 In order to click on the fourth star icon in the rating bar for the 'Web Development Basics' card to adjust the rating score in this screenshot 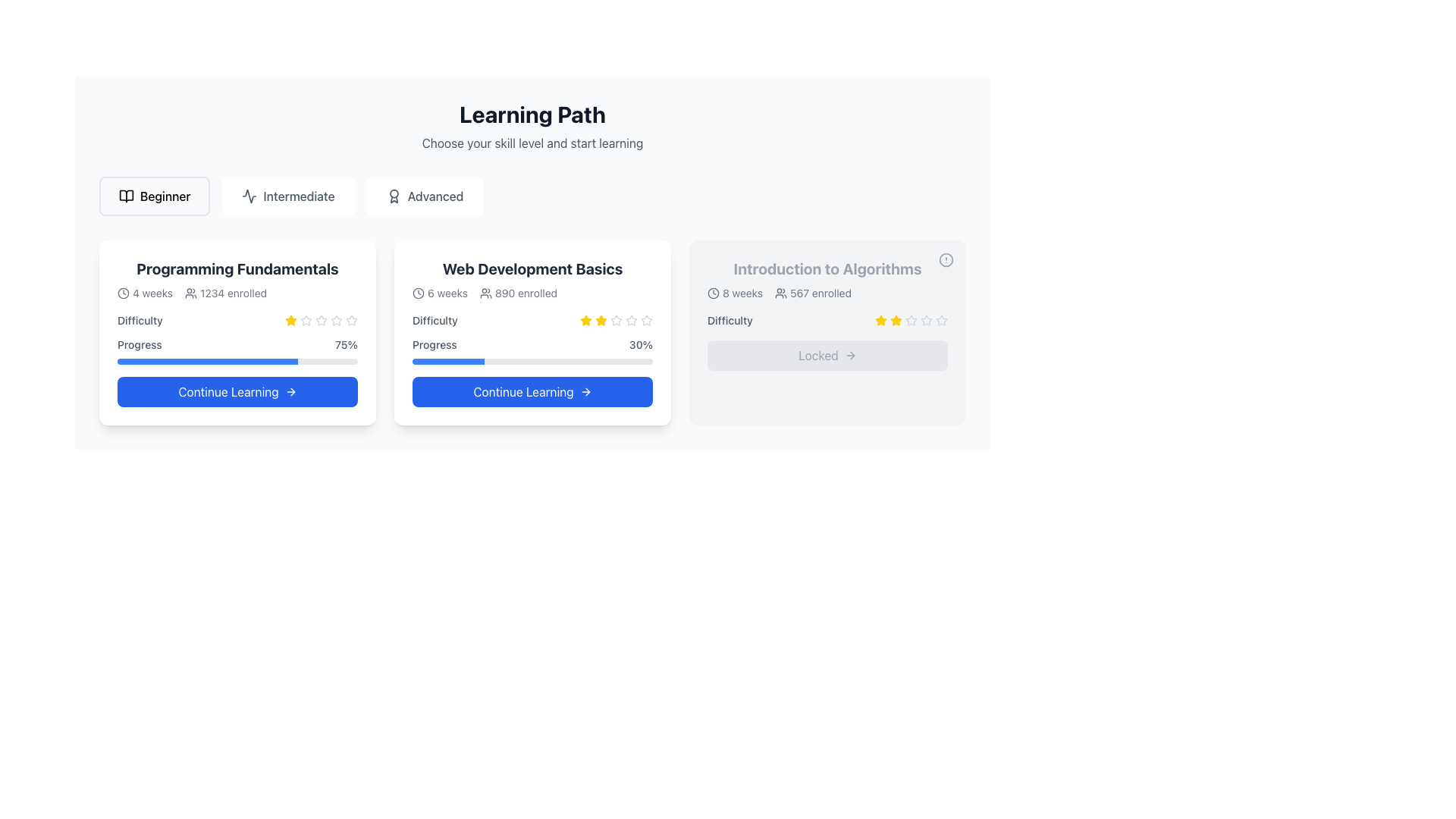, I will do `click(616, 320)`.